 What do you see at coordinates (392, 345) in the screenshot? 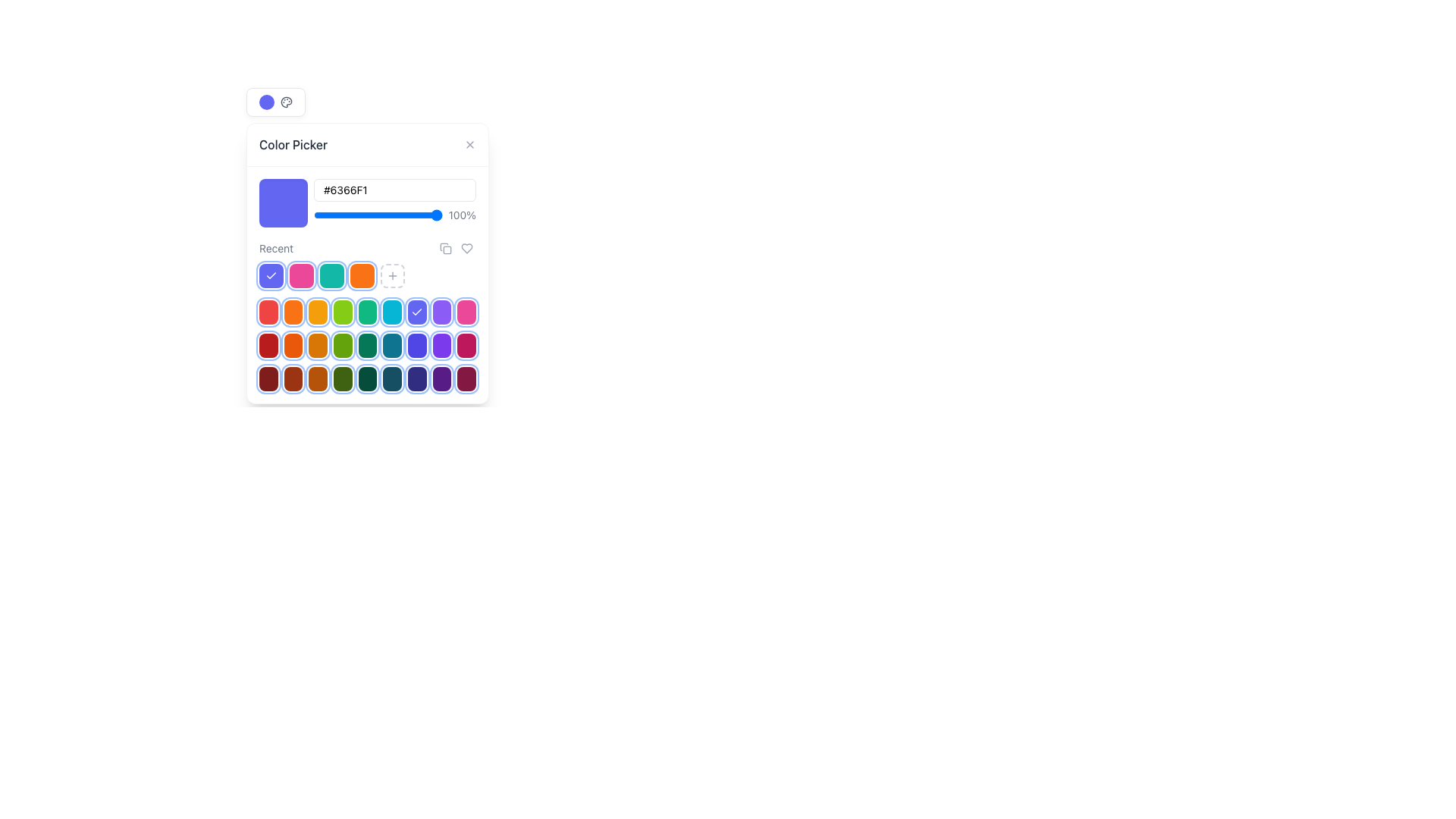
I see `the small, square blue-green button in the third row and sixth column of the 'Color Picker' grid` at bounding box center [392, 345].